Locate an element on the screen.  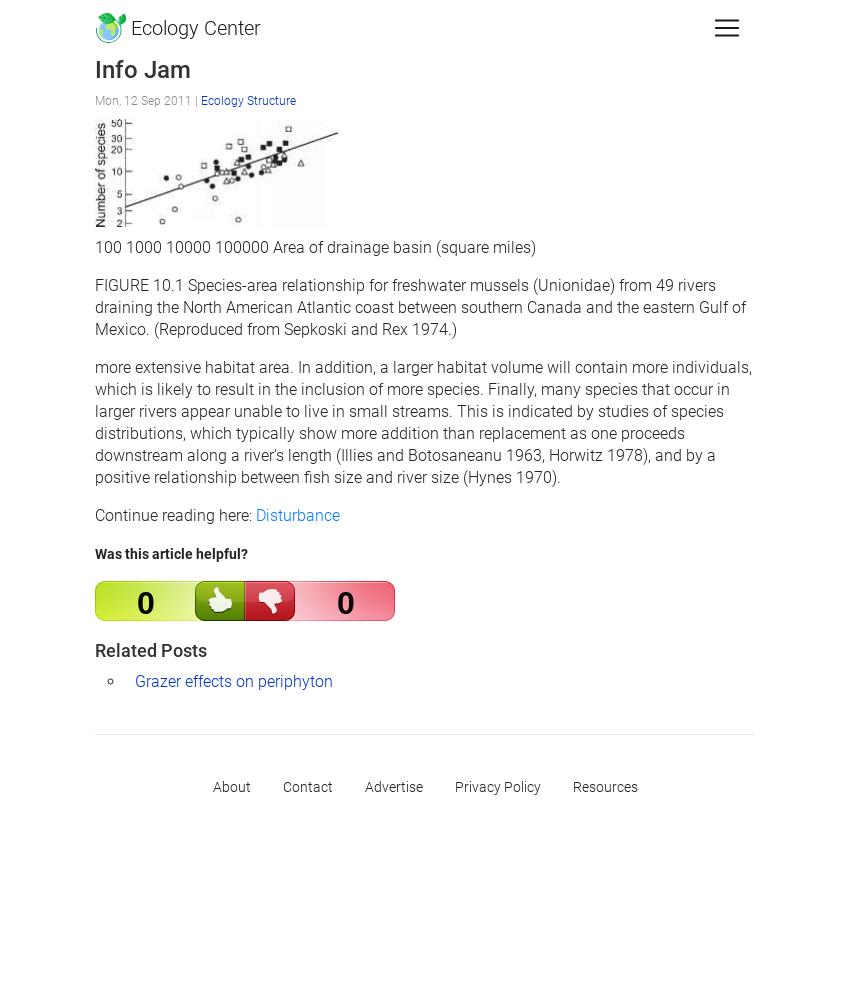
'Privacy Policy' is located at coordinates (496, 786).